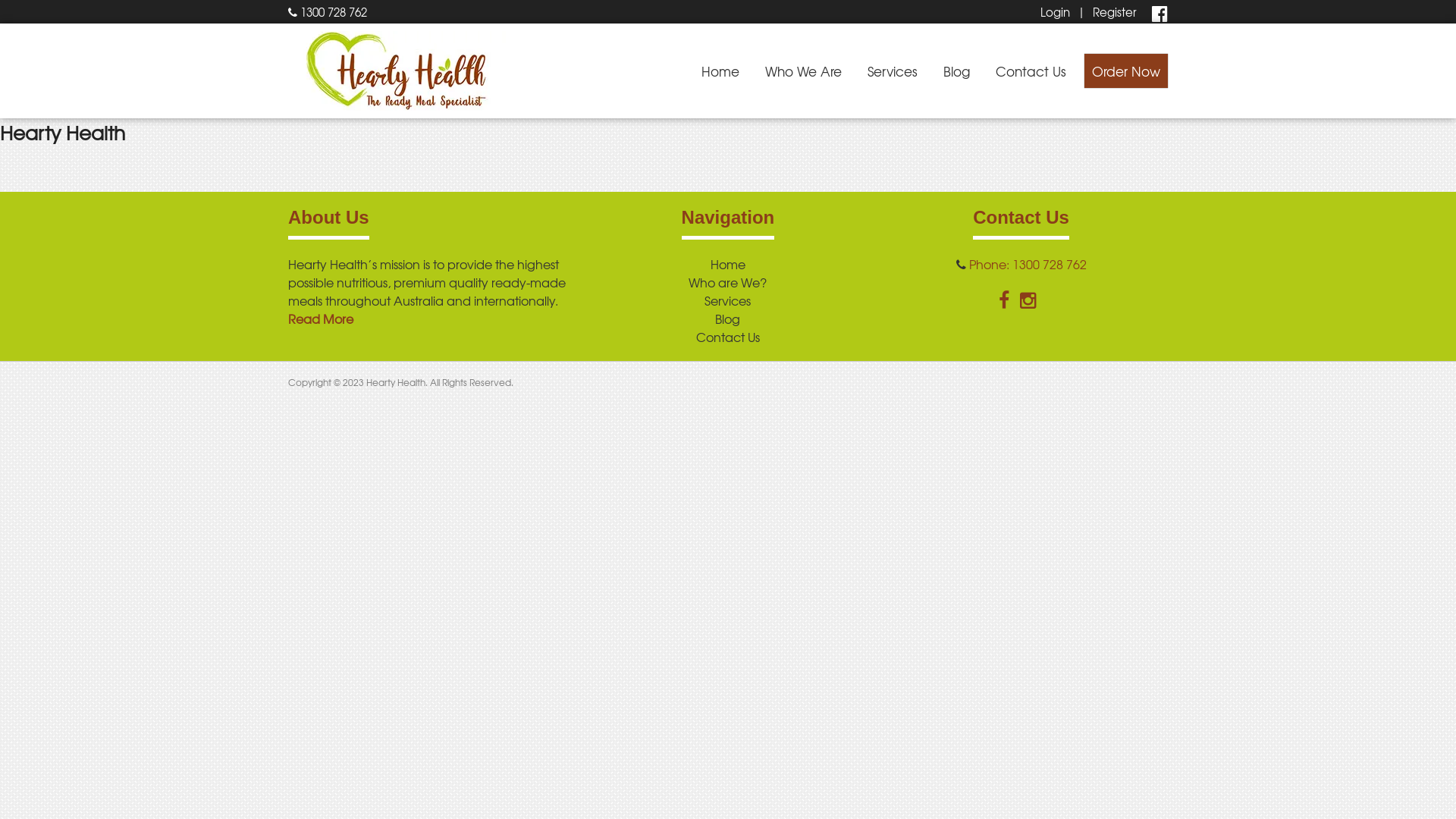  Describe the element at coordinates (319, 318) in the screenshot. I see `'Read More'` at that location.